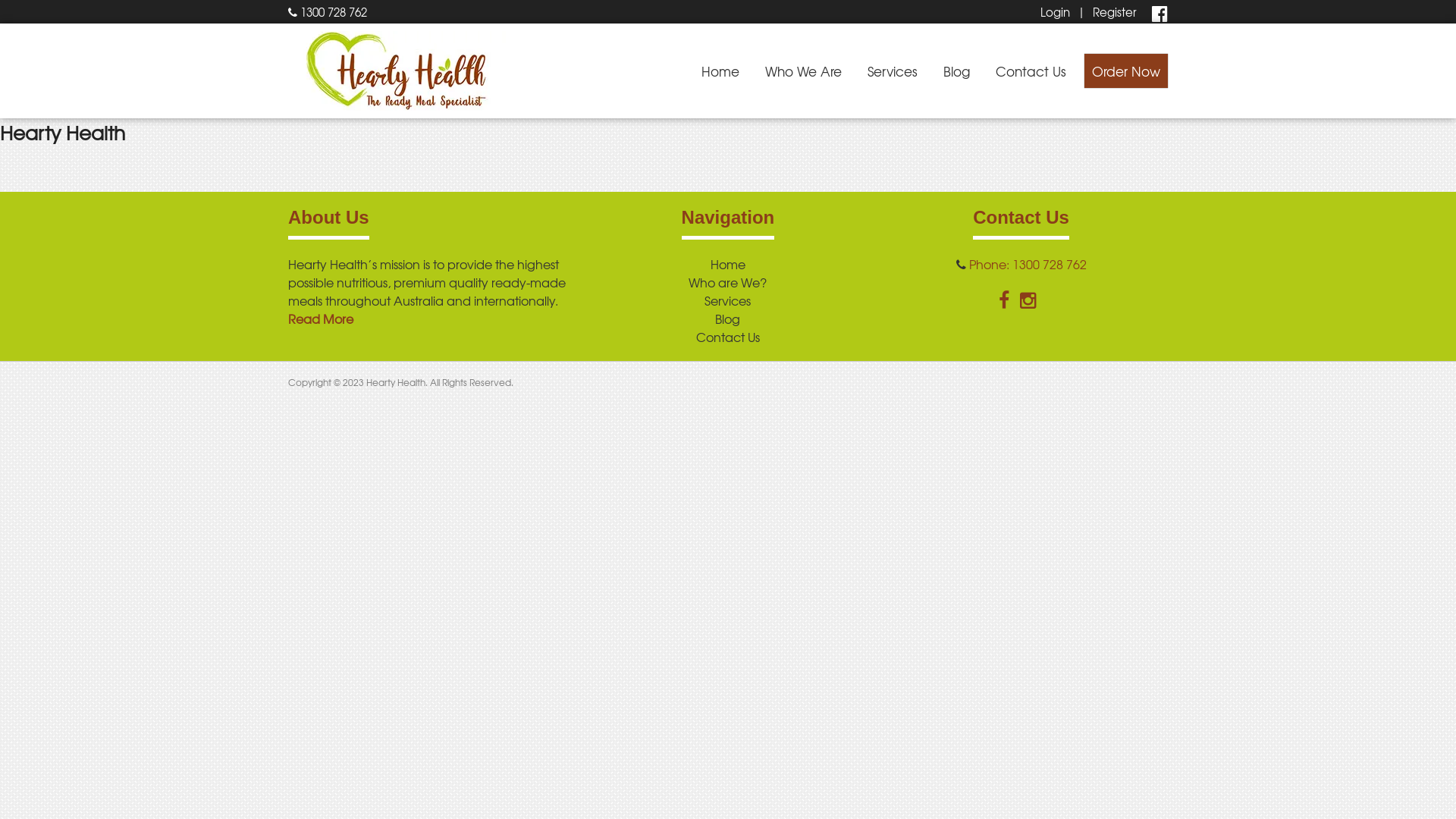  Describe the element at coordinates (319, 318) in the screenshot. I see `'Read More'` at that location.